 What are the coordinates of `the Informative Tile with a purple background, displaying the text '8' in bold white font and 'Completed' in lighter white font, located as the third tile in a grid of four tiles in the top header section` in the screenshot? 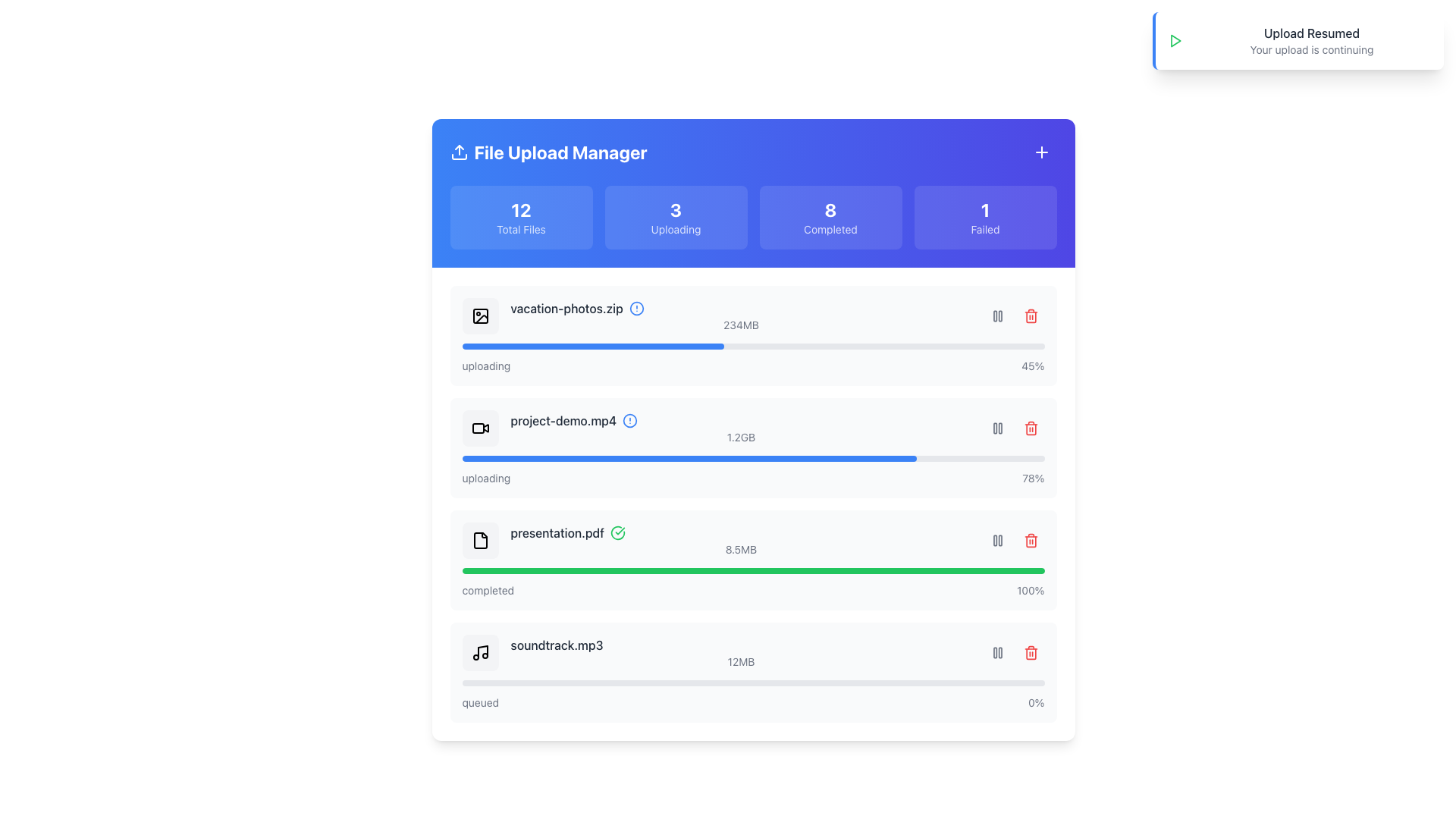 It's located at (830, 217).